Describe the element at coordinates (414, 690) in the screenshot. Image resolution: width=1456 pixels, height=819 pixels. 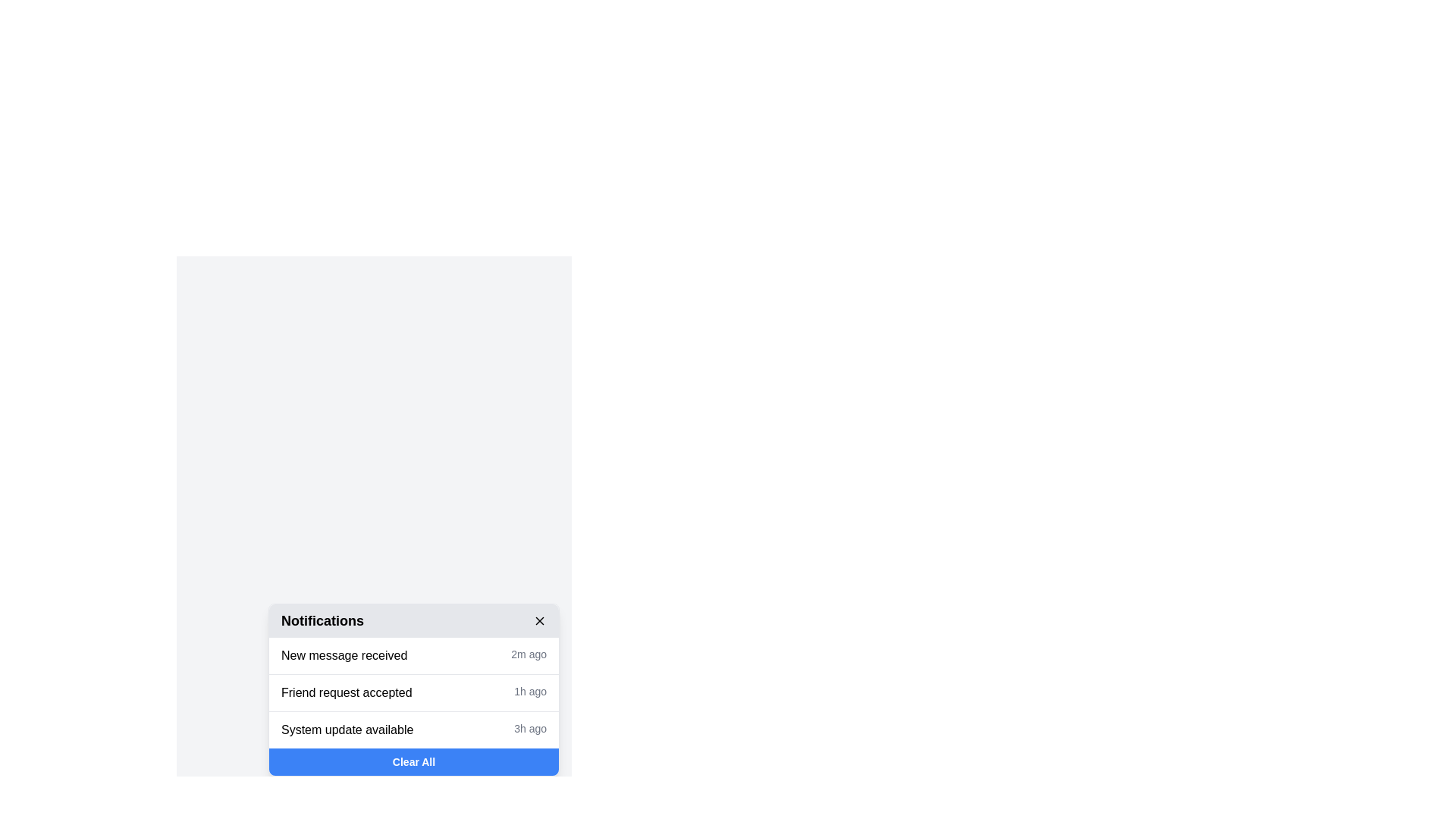
I see `the notification dropdown menu, which displays recent alerts or updates` at that location.